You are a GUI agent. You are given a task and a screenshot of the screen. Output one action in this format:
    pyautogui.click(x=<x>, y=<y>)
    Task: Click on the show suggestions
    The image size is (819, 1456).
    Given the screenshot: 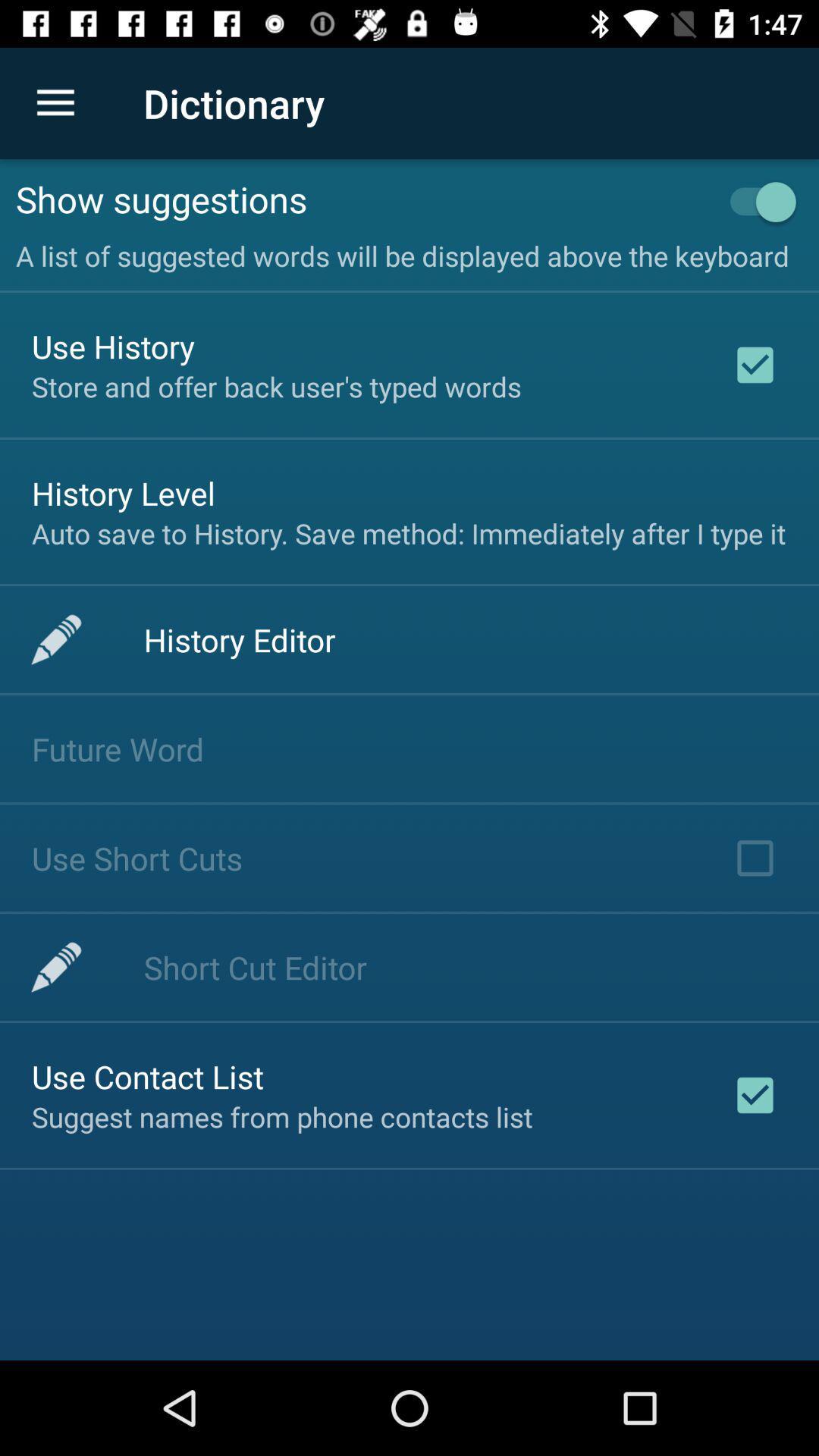 What is the action you would take?
    pyautogui.click(x=362, y=198)
    